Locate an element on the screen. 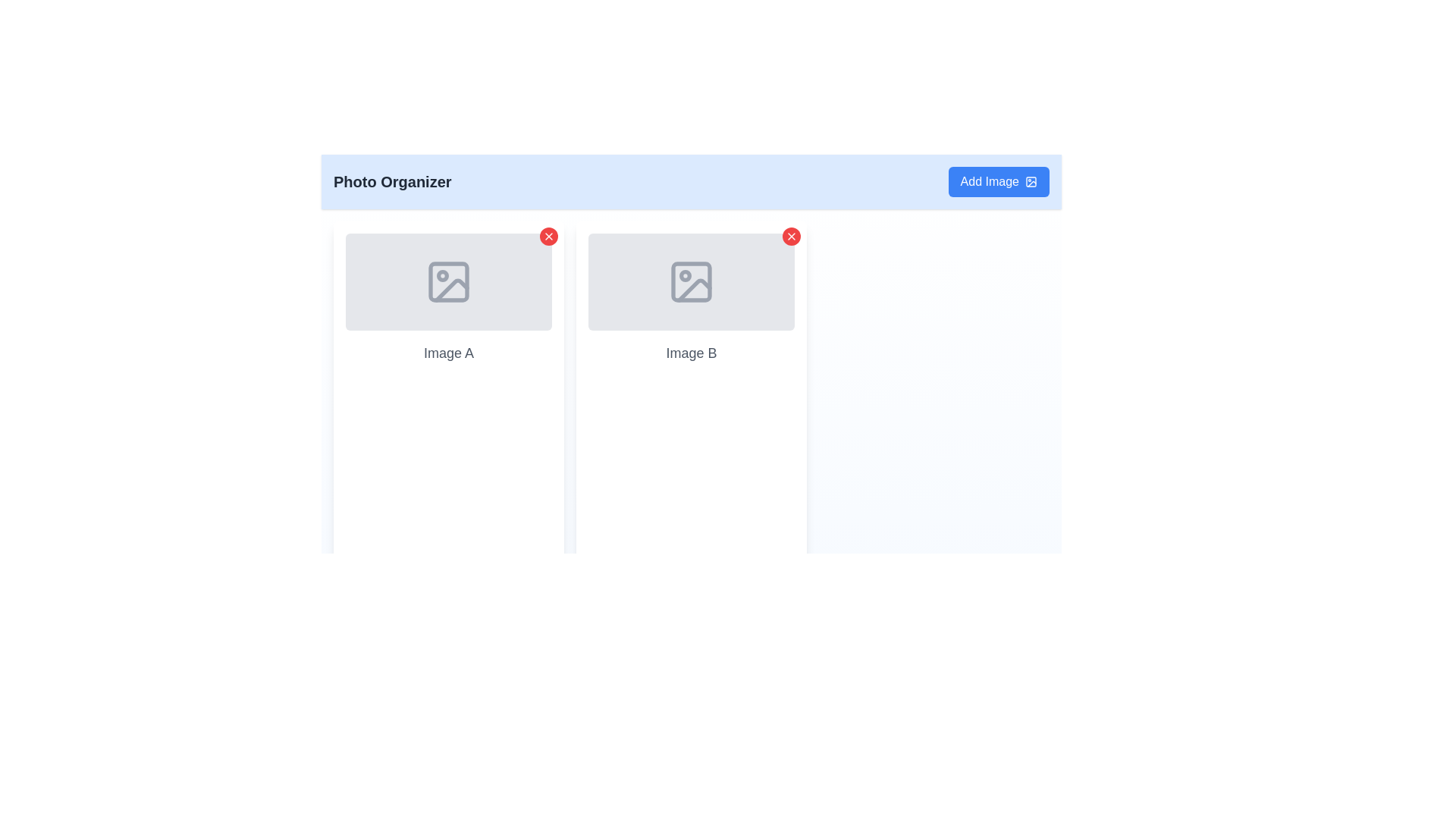 The height and width of the screenshot is (819, 1456). the rounded rectangle graphical component that represents an image thumbnail within the 'Image B' panel is located at coordinates (691, 281).